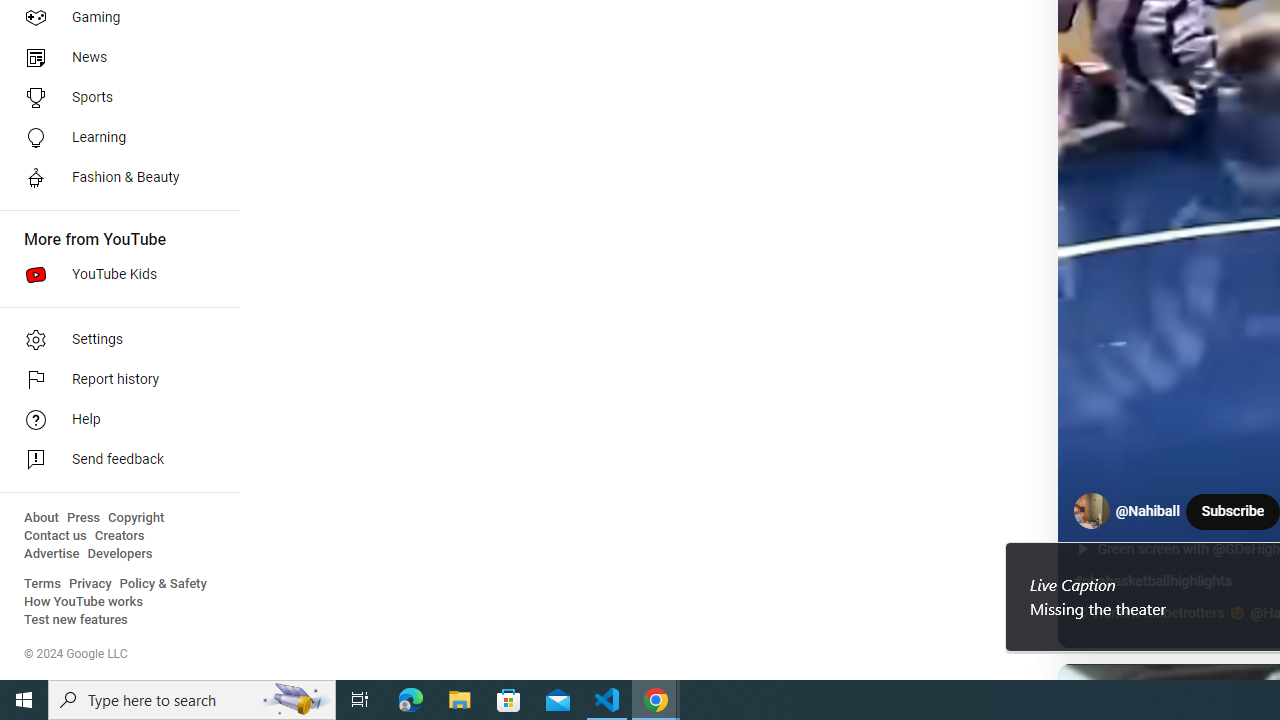 The height and width of the screenshot is (720, 1280). I want to click on 'Send feedback', so click(112, 460).